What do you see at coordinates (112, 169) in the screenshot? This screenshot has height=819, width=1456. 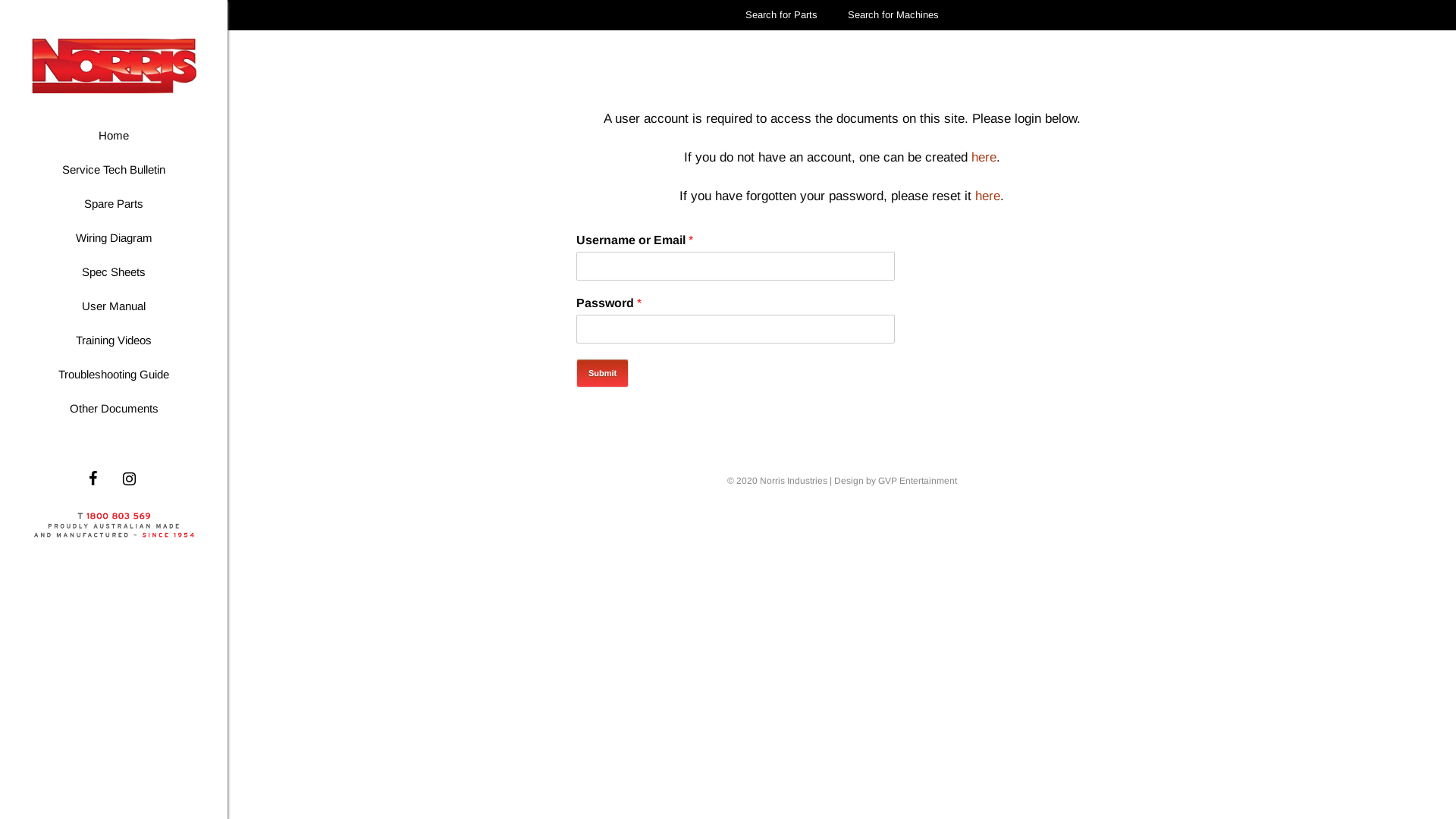 I see `'Service Tech Bulletin'` at bounding box center [112, 169].